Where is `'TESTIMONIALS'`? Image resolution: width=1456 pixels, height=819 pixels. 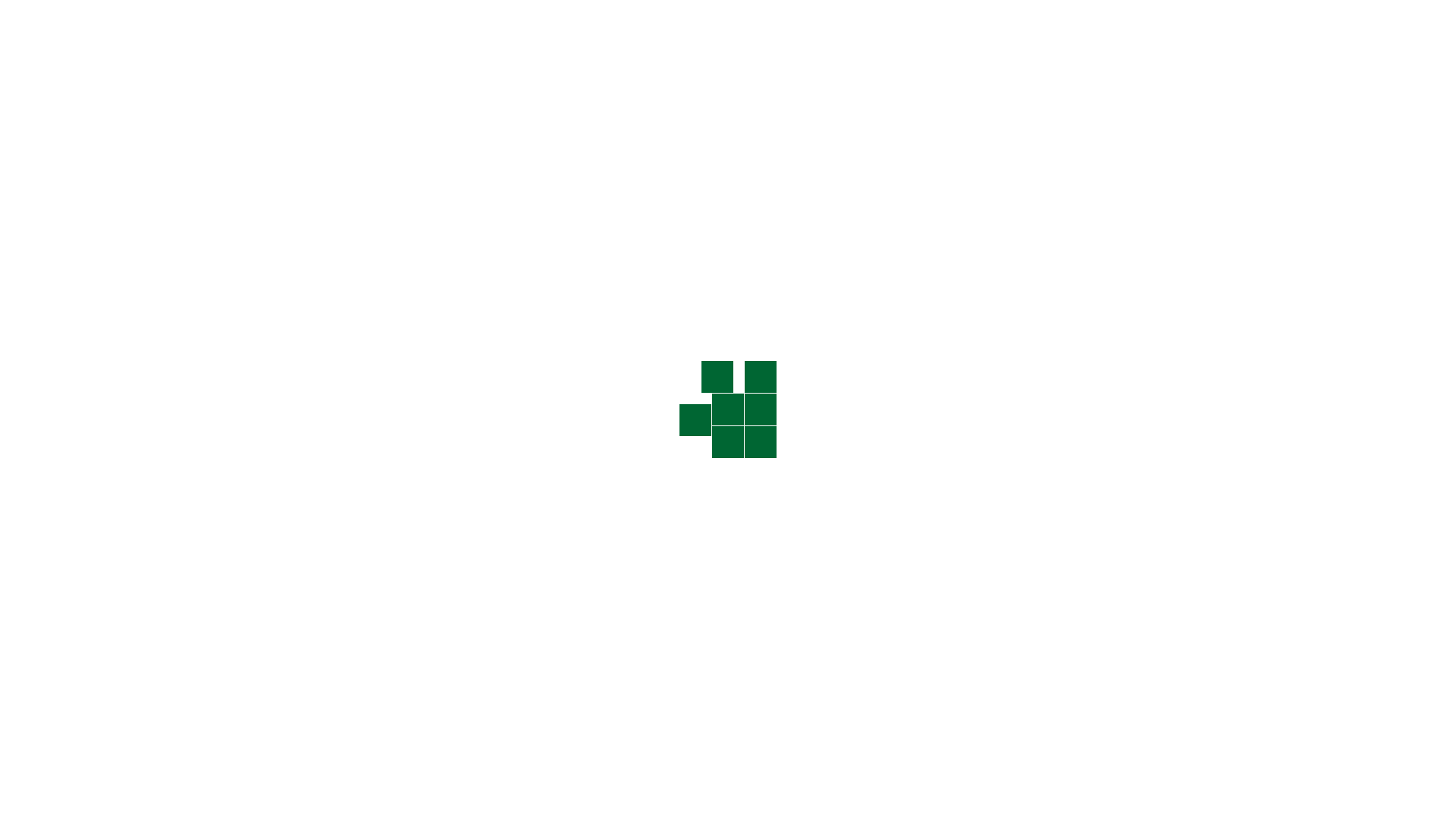 'TESTIMONIALS' is located at coordinates (837, 64).